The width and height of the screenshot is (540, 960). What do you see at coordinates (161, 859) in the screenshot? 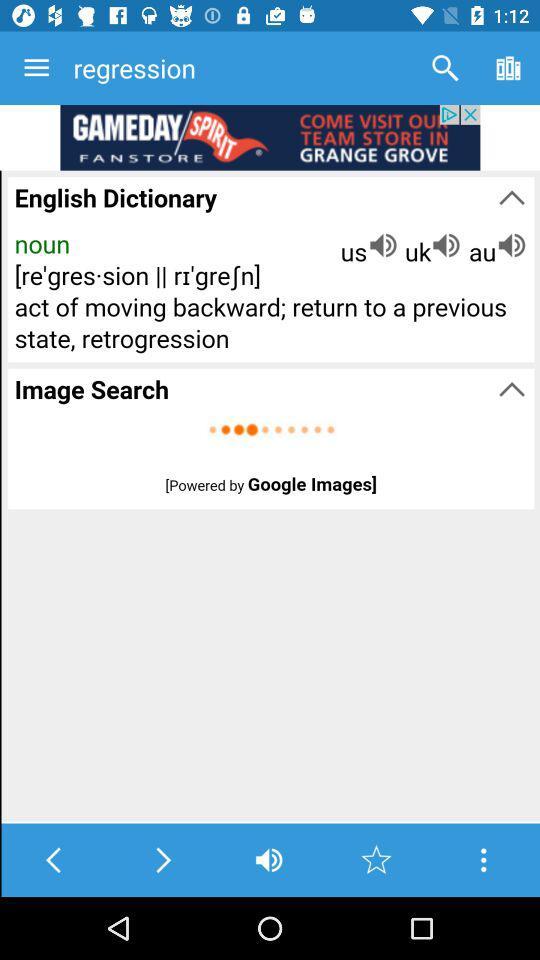
I see `go forward` at bounding box center [161, 859].